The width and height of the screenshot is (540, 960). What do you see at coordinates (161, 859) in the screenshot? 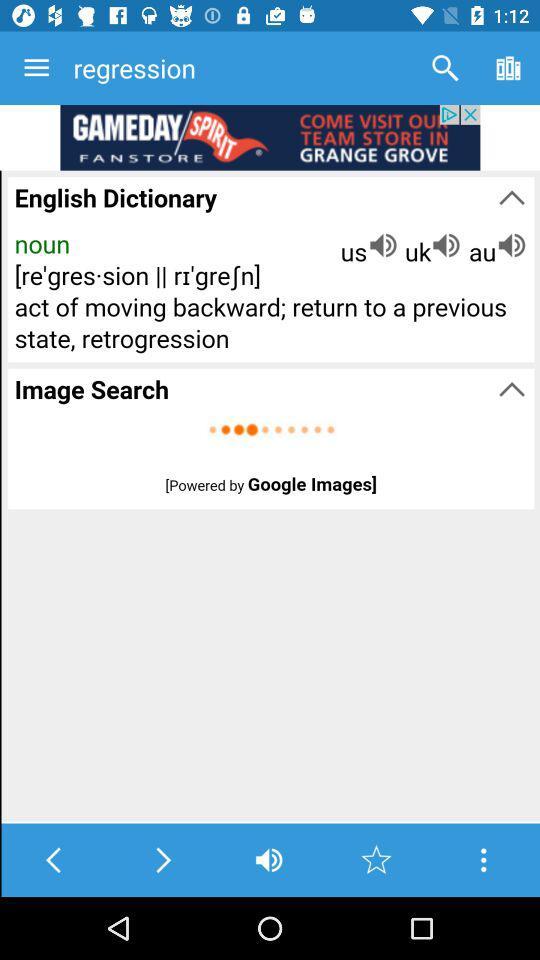
I see `go forward` at bounding box center [161, 859].